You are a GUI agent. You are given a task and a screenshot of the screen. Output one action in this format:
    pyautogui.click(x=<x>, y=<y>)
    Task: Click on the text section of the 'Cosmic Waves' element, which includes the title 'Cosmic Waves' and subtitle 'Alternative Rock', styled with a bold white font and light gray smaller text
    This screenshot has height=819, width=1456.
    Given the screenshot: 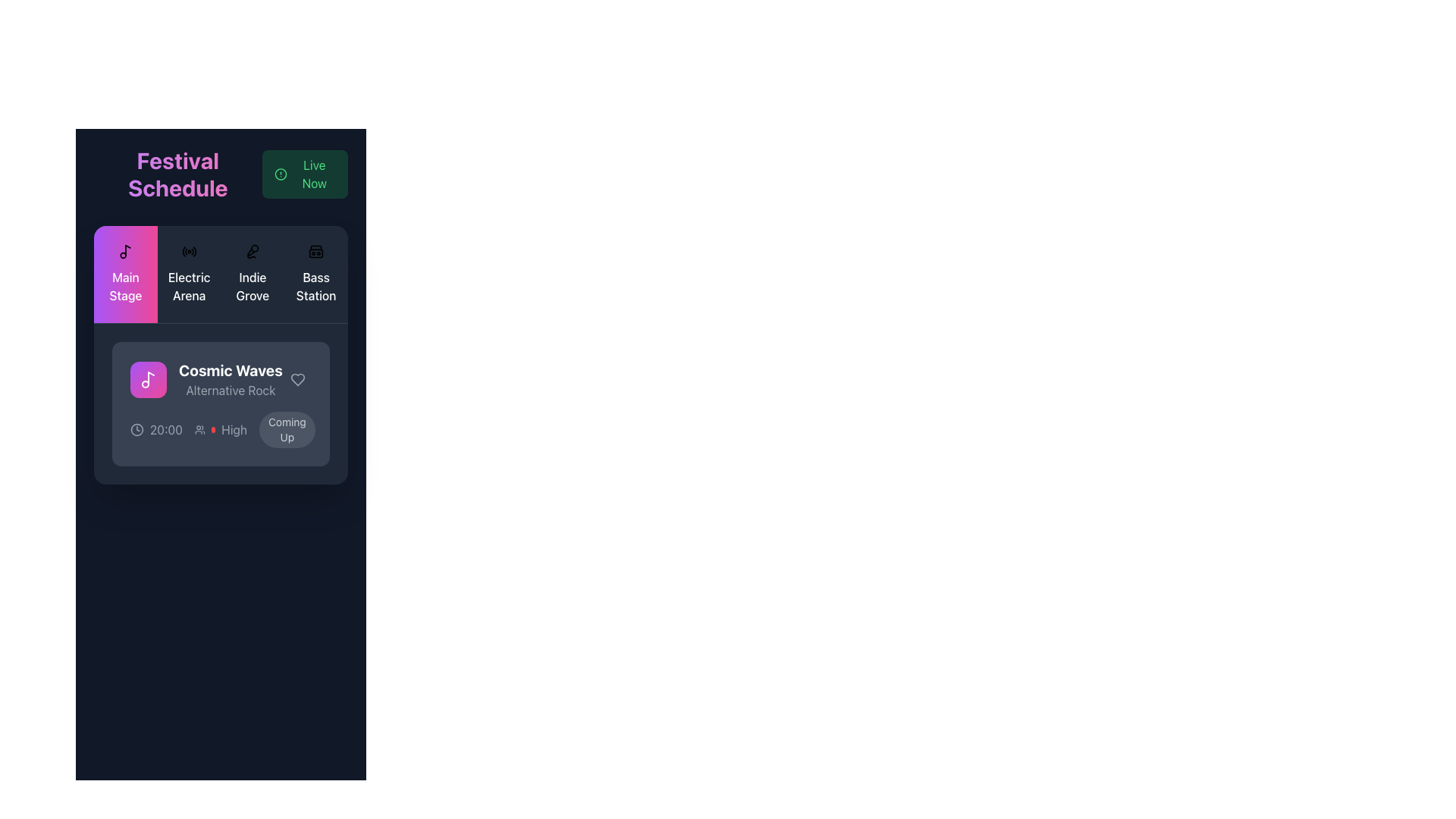 What is the action you would take?
    pyautogui.click(x=206, y=379)
    